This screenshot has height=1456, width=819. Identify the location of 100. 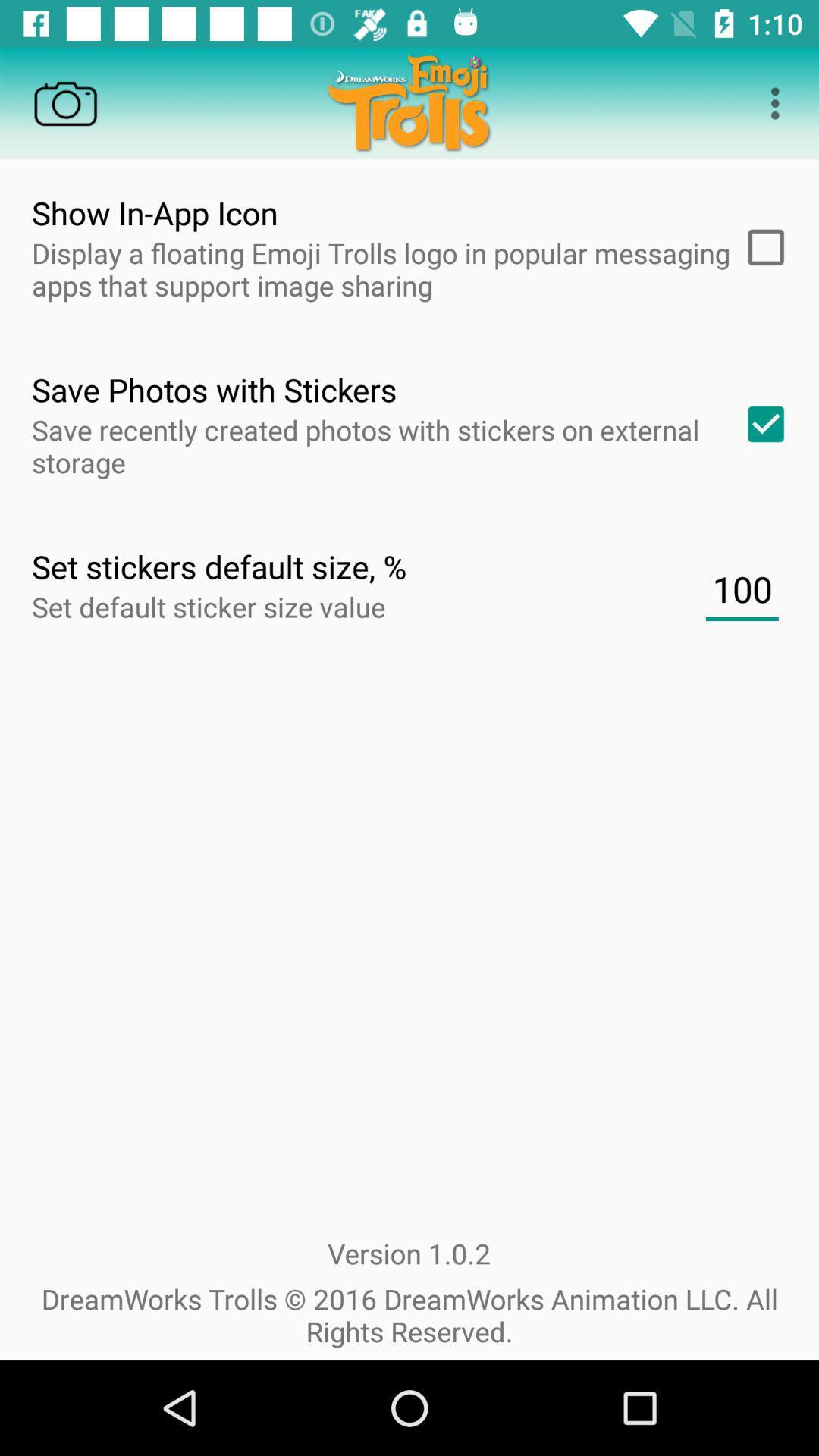
(741, 588).